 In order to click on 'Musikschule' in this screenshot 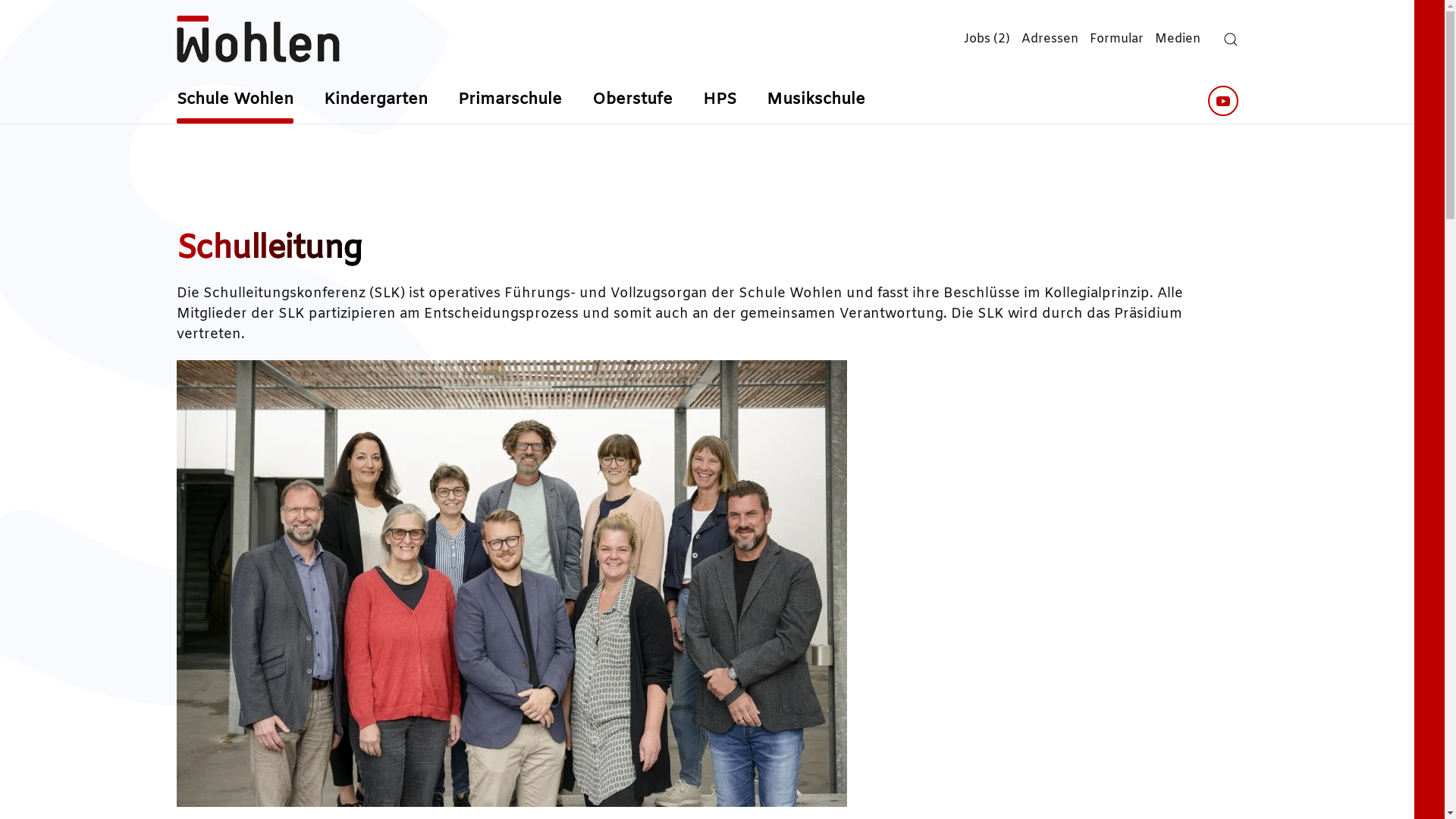, I will do `click(814, 100)`.